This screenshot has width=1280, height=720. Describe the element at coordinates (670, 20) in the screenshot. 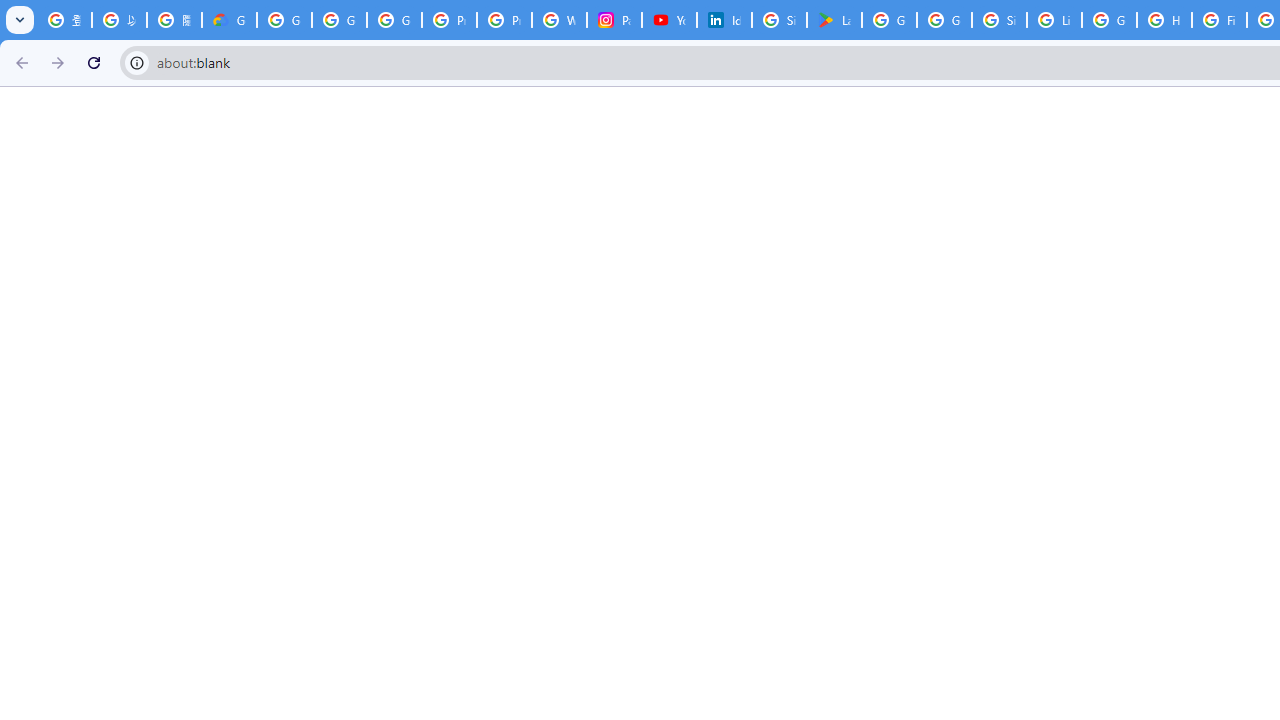

I see `'YouTube Culture & Trends - On The Rise: Handcam Videos'` at that location.